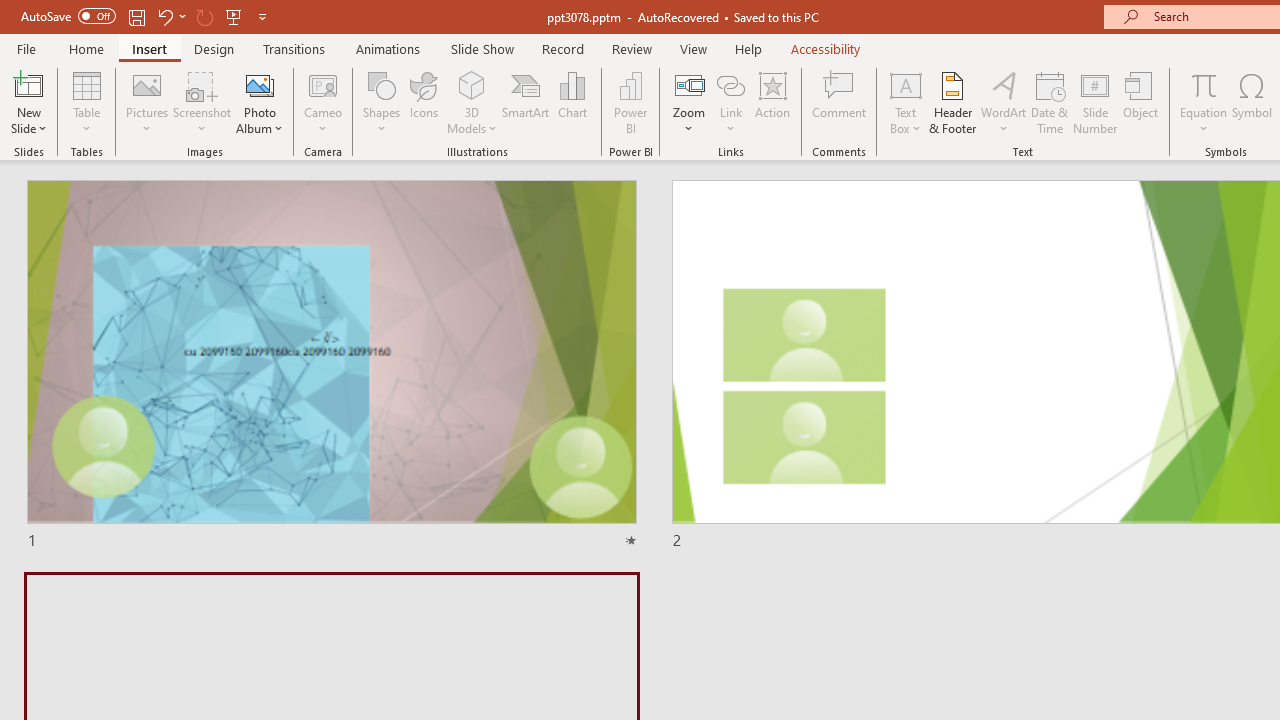 The image size is (1280, 720). I want to click on 'Accessibility', so click(826, 48).